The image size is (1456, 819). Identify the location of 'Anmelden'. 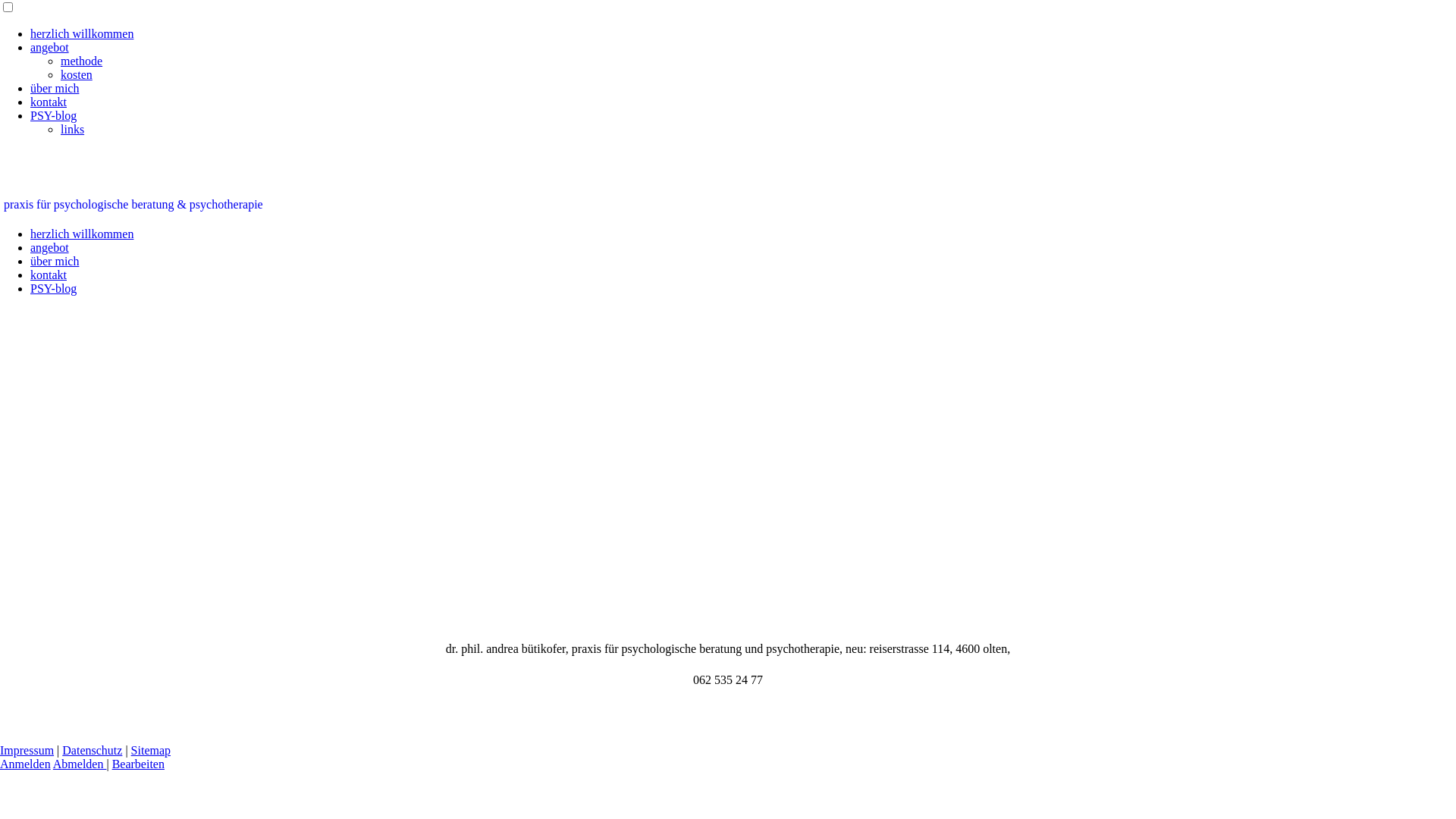
(25, 764).